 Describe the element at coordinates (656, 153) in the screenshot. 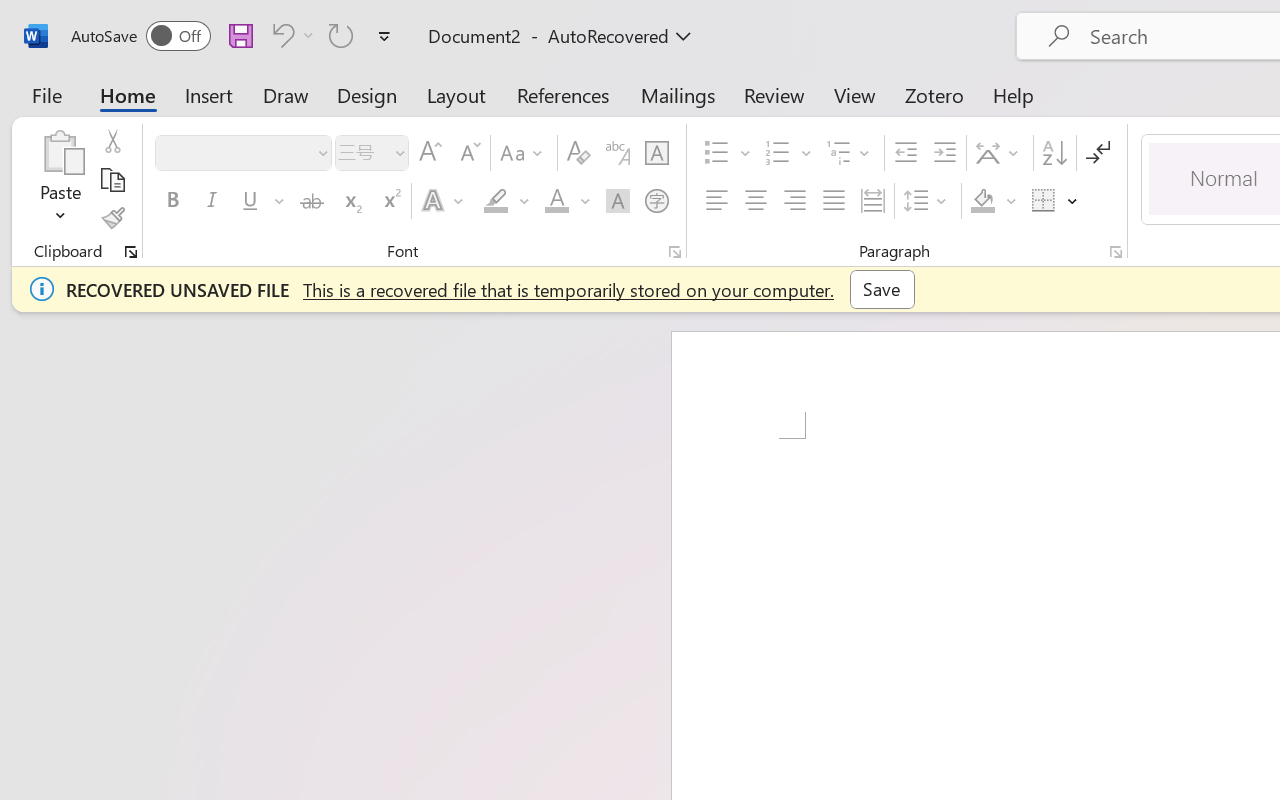

I see `'Character Border'` at that location.